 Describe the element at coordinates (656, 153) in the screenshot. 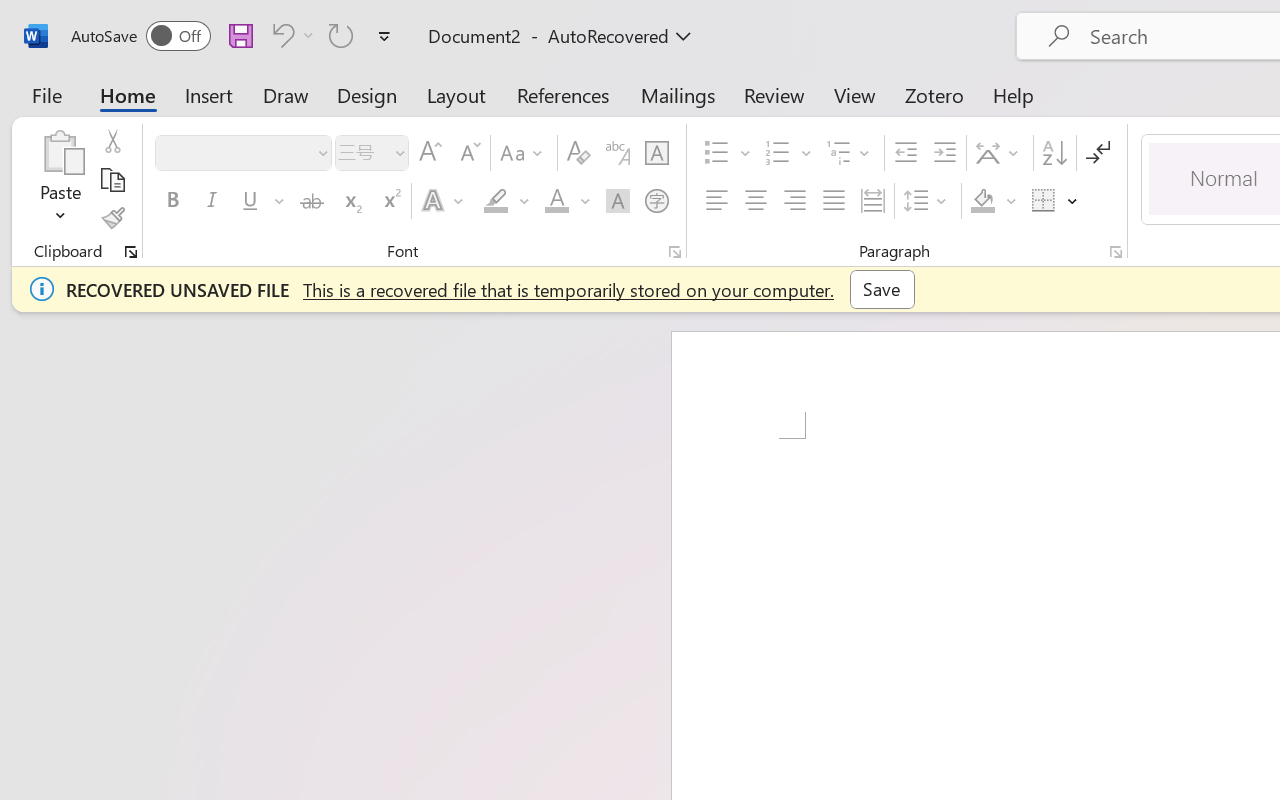

I see `'Character Border'` at that location.